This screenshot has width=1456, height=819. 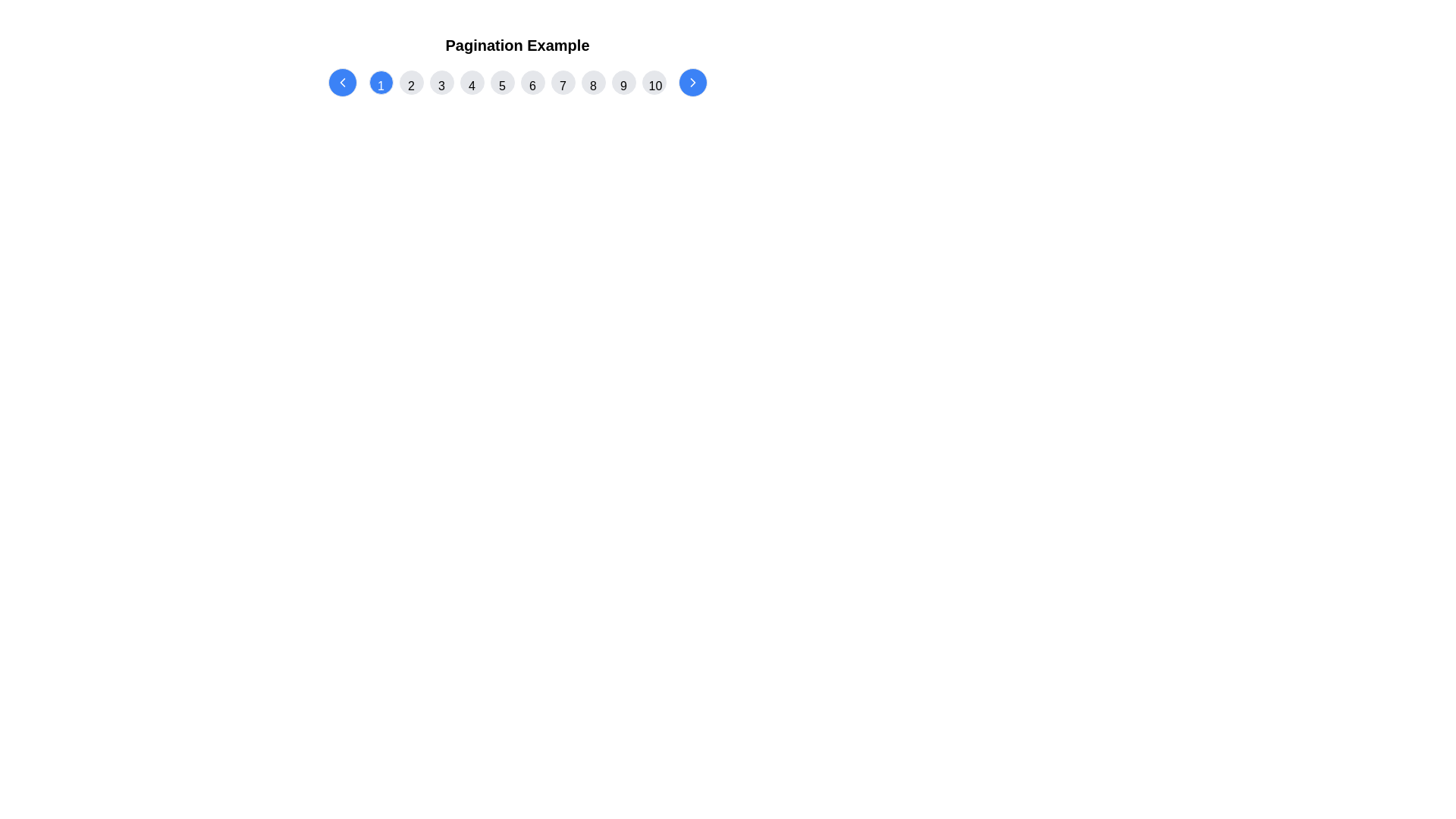 What do you see at coordinates (381, 82) in the screenshot?
I see `the first pagination button that navigates to the first page` at bounding box center [381, 82].